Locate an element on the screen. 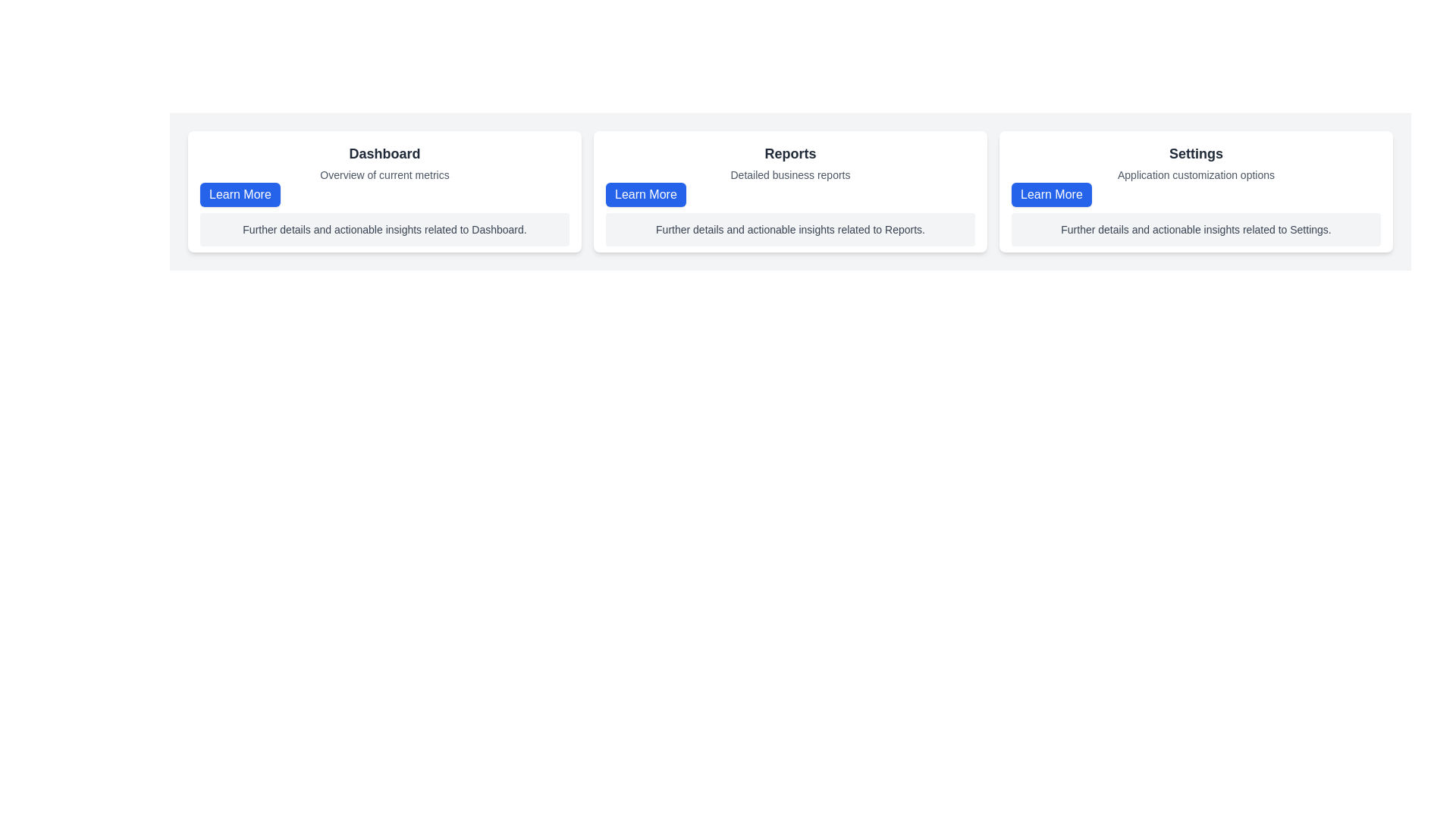 The height and width of the screenshot is (819, 1456). the text block within the 'Settings' card, which provides a title and subtitle for the card is located at coordinates (1195, 163).